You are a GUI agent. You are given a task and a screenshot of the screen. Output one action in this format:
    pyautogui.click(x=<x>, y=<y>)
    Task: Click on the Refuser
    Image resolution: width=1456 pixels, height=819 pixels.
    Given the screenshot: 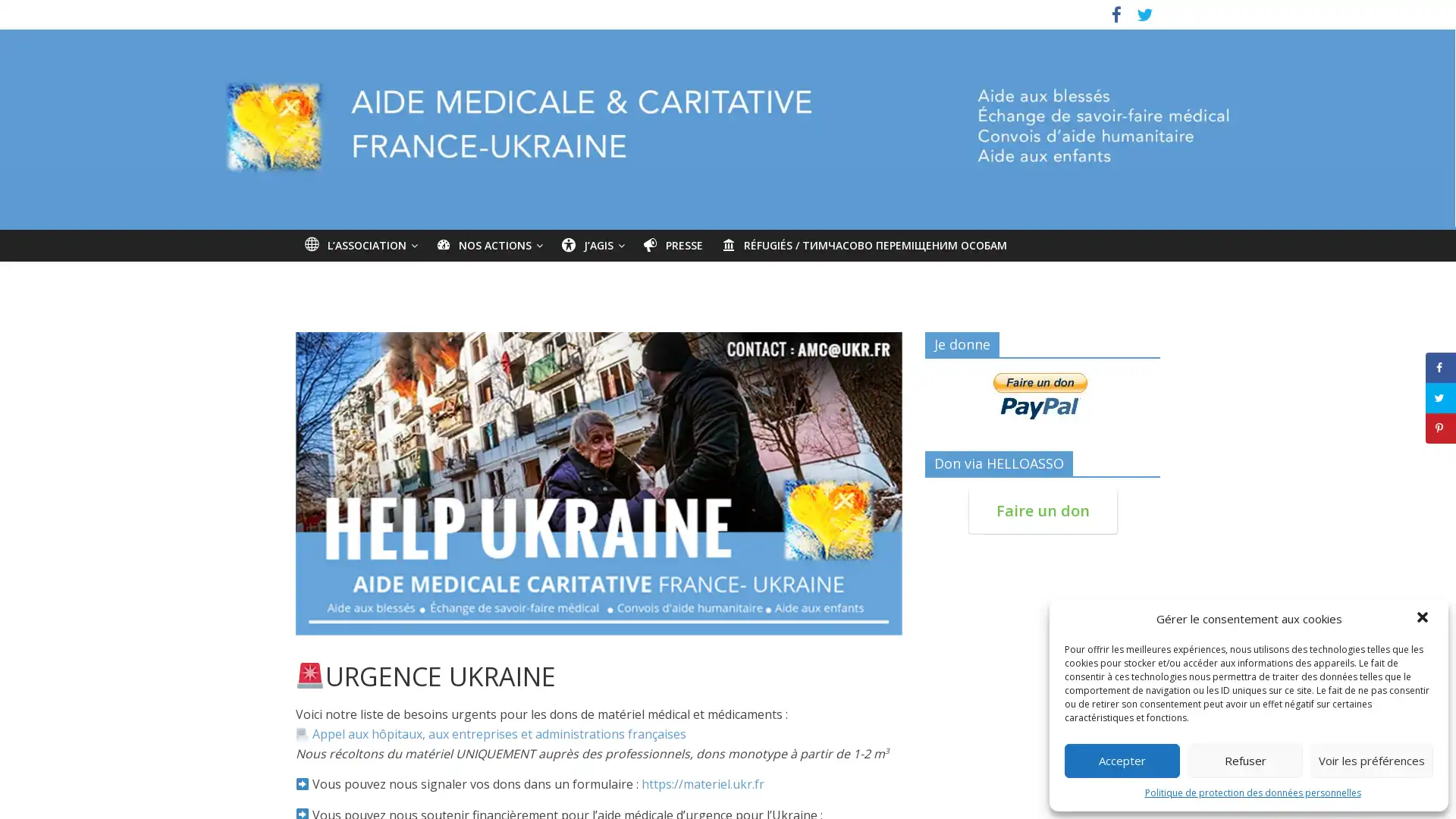 What is the action you would take?
    pyautogui.click(x=1244, y=760)
    